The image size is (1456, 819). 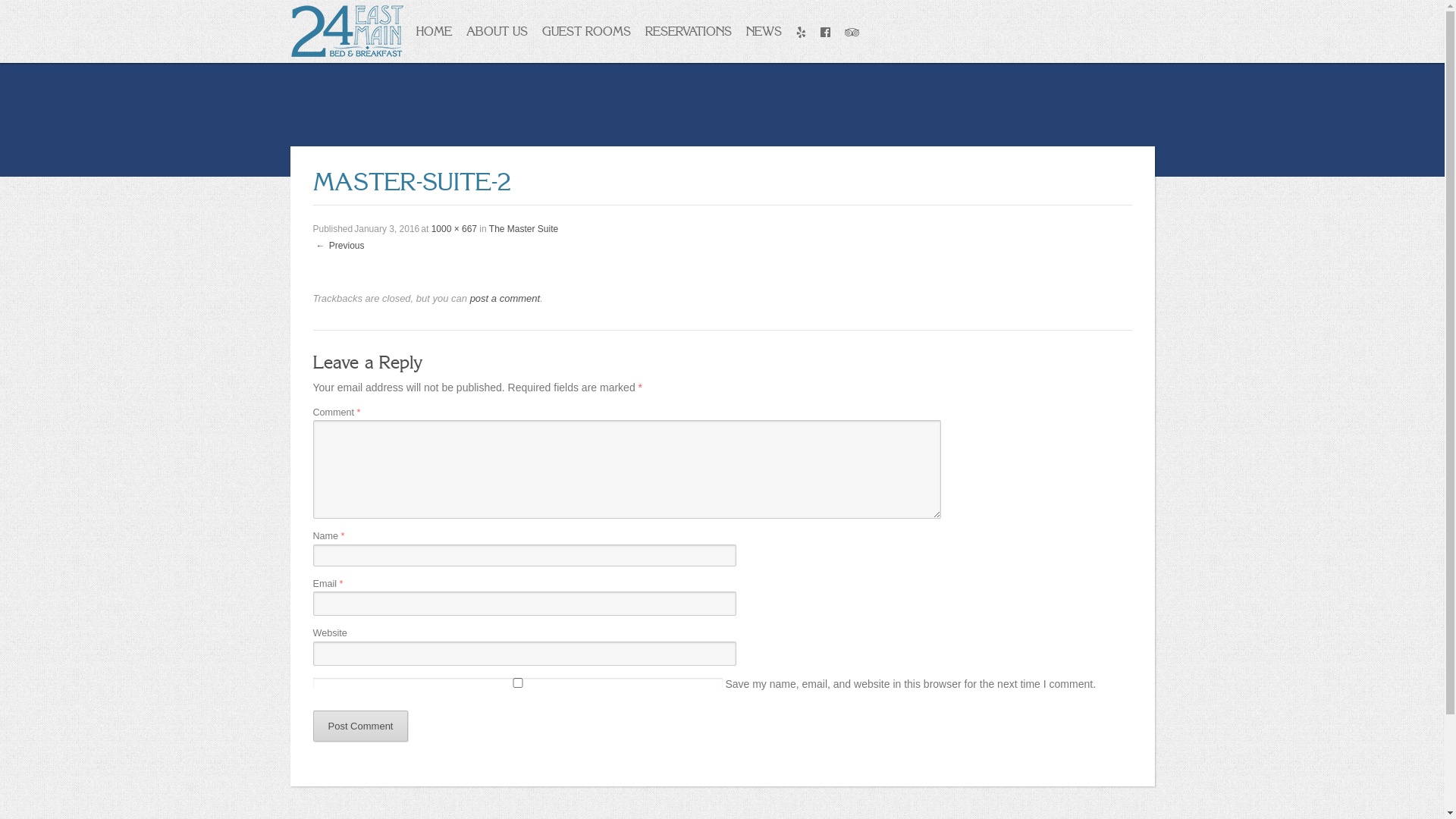 What do you see at coordinates (686, 31) in the screenshot?
I see `'RESERVATIONS'` at bounding box center [686, 31].